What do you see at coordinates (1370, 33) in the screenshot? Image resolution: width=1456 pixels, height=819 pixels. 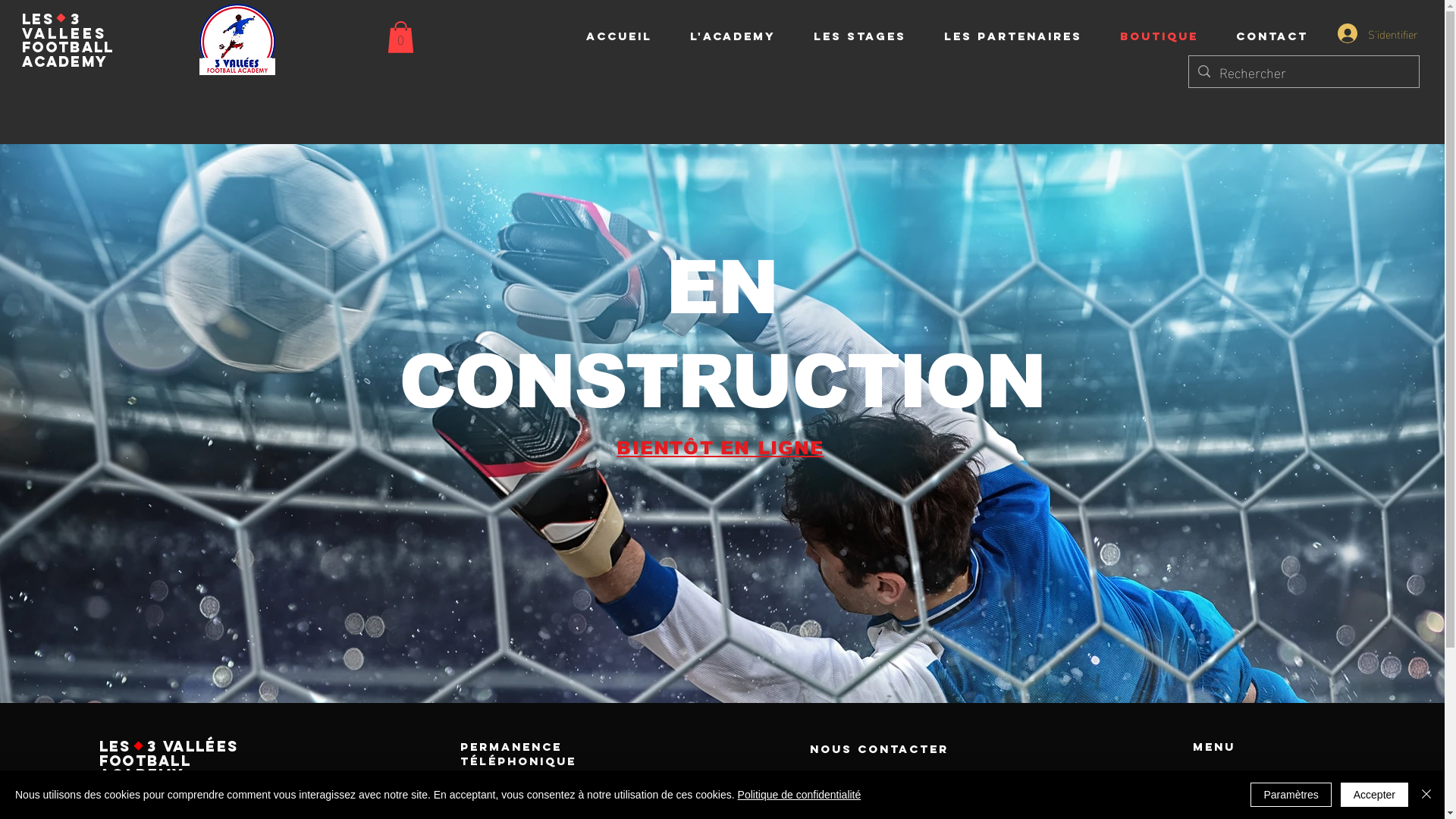 I see `'S'identifier'` at bounding box center [1370, 33].